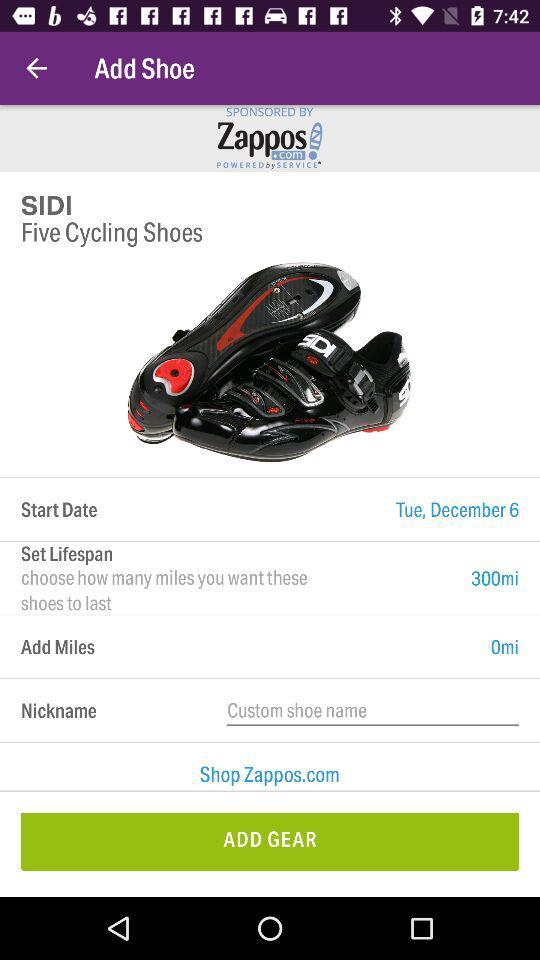  What do you see at coordinates (373, 710) in the screenshot?
I see `nickname textbox` at bounding box center [373, 710].